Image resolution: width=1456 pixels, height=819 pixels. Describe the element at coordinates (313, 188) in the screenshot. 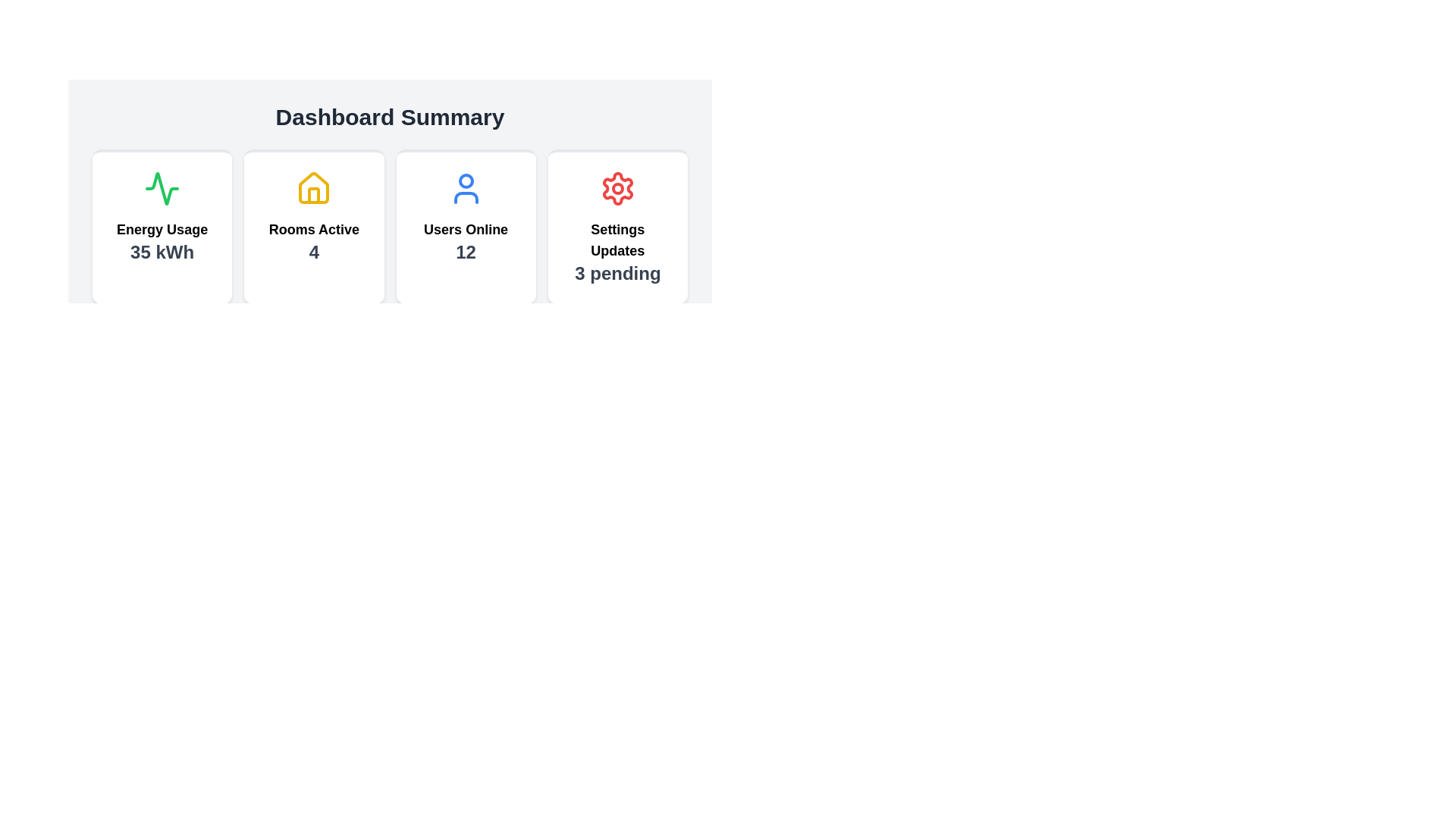

I see `the yellow house icon with rounded corners located inside the 'Rooms Active' card, which is the second card from the left in the row of summary cards` at that location.